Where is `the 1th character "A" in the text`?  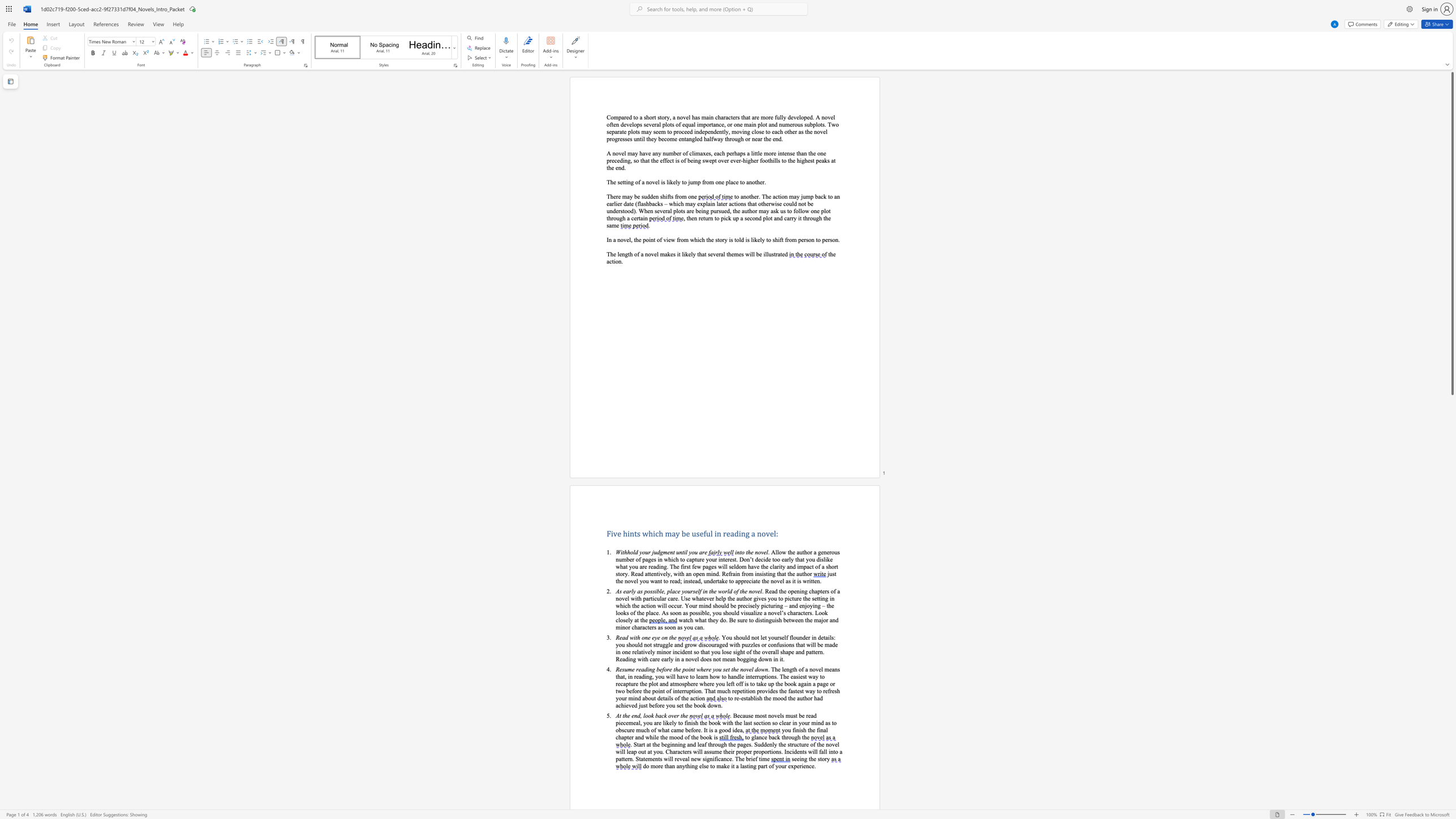
the 1th character "A" in the text is located at coordinates (617, 715).